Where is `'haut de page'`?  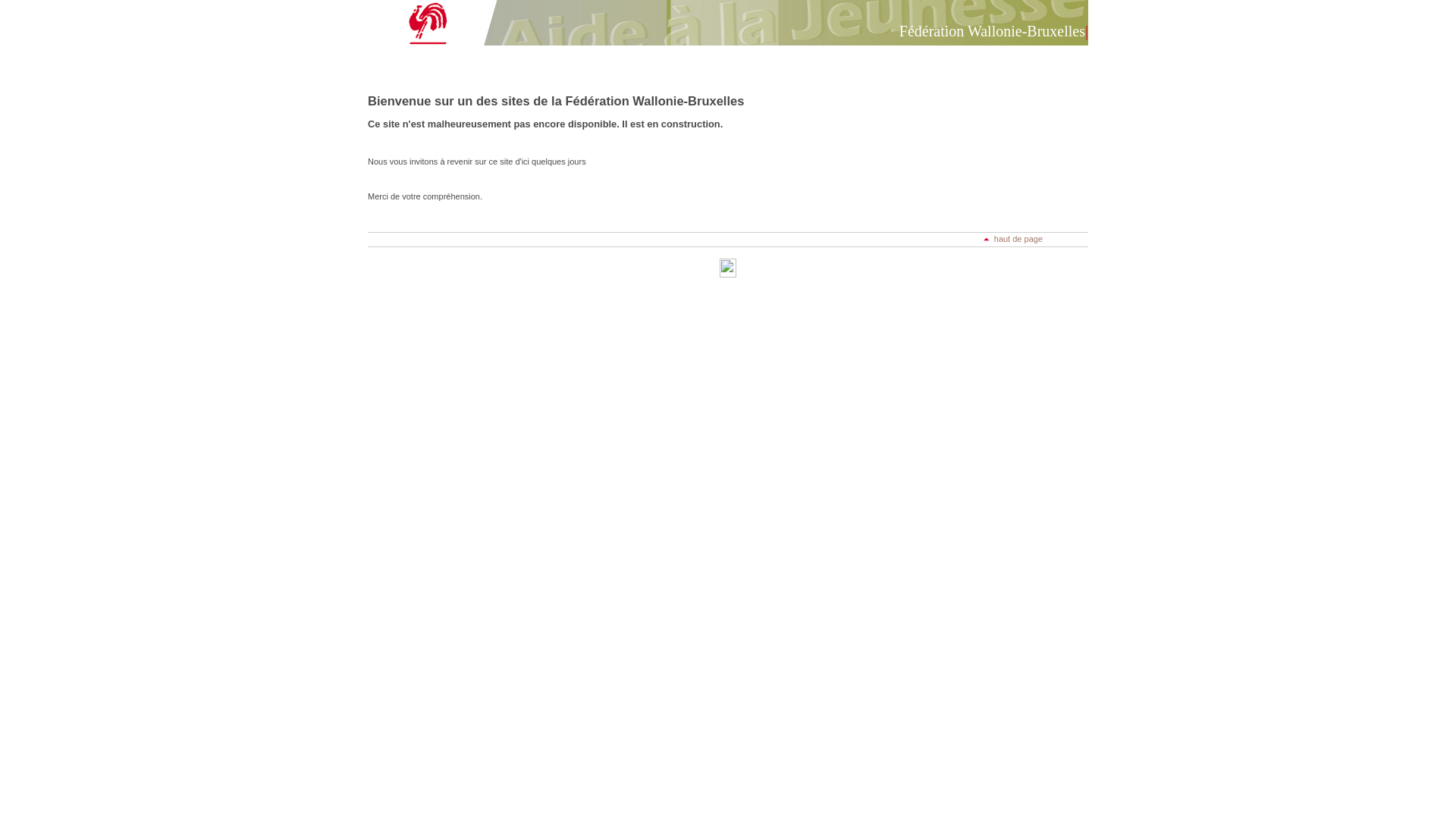 'haut de page' is located at coordinates (1012, 239).